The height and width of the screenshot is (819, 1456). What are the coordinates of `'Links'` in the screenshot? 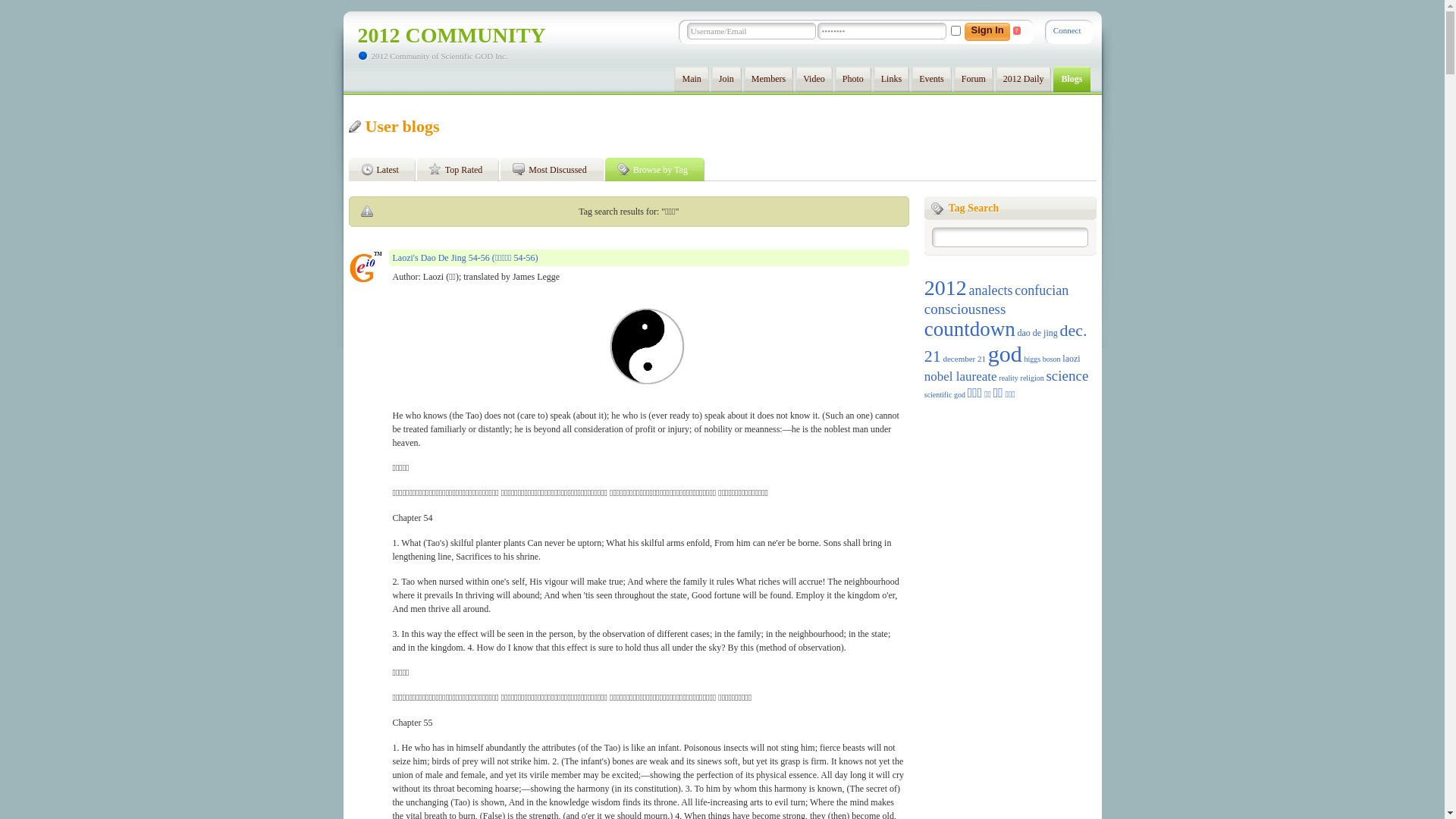 It's located at (874, 79).